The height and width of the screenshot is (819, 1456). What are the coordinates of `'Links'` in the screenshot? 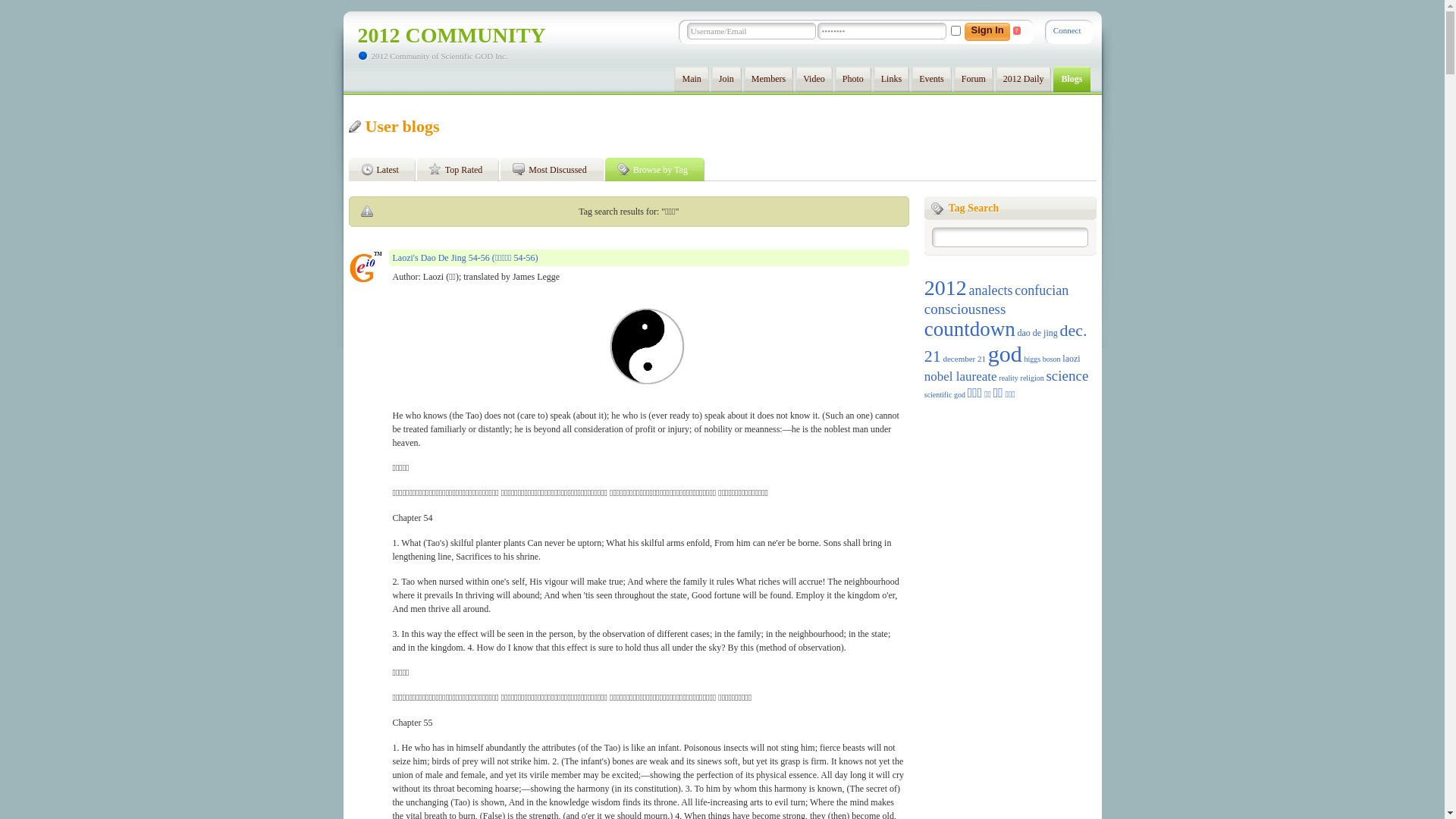 It's located at (874, 79).